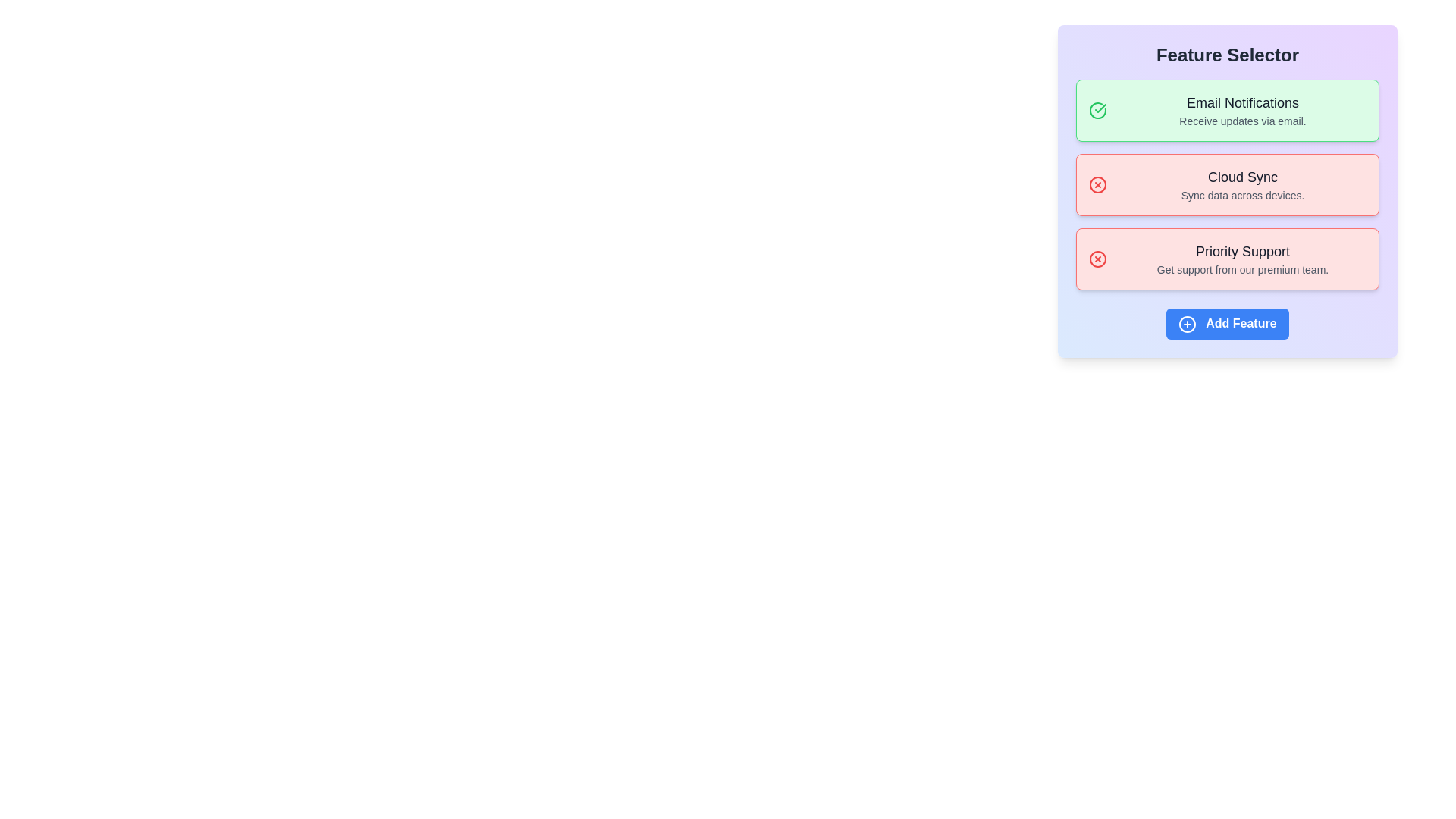 Image resolution: width=1456 pixels, height=819 pixels. Describe the element at coordinates (1098, 259) in the screenshot. I see `the graphical icon representing a disabling or rejection action located` at that location.